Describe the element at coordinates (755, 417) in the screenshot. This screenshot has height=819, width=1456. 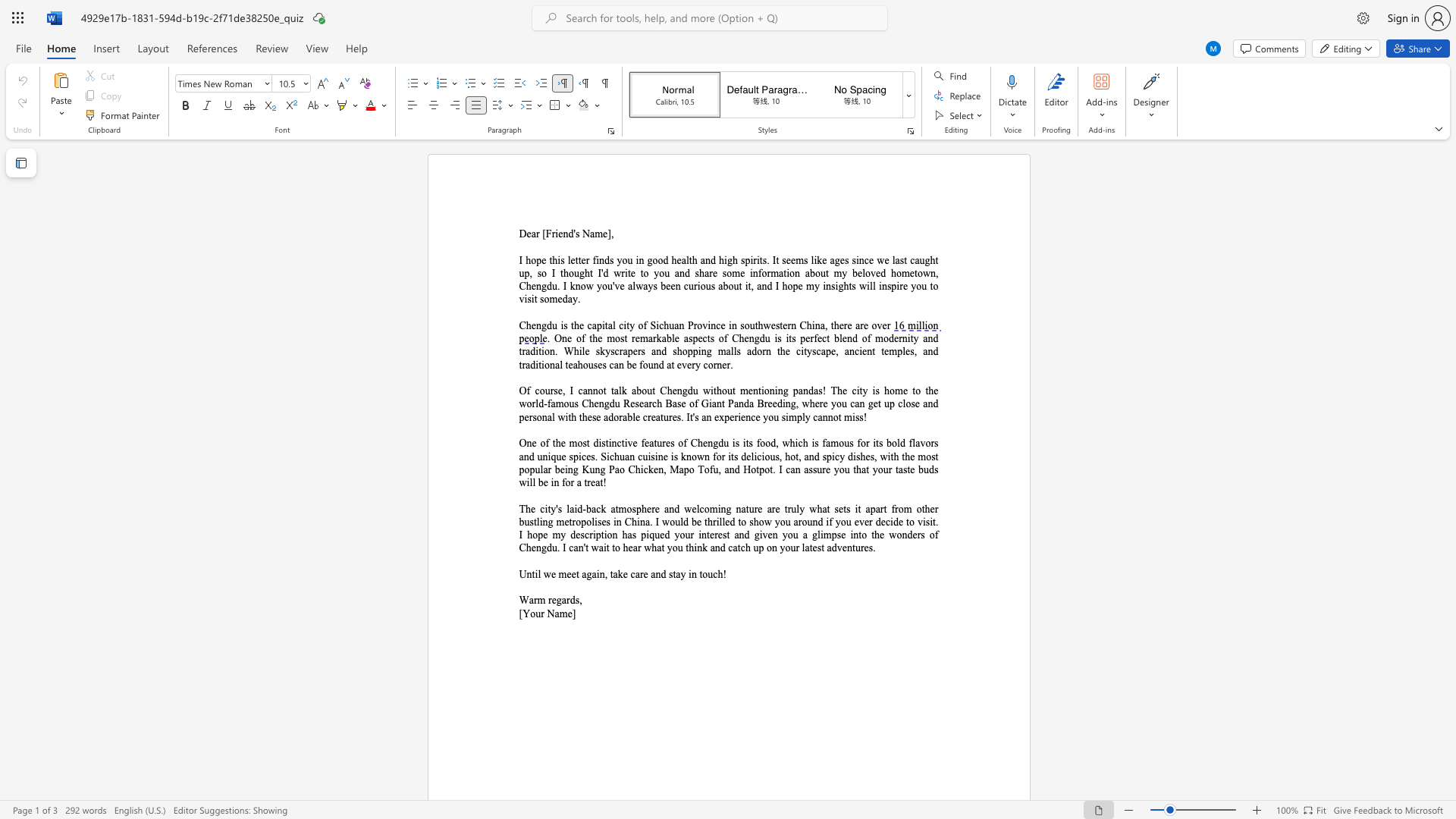
I see `the subset text "e you simply" within the text "an experience you simply cannot miss!"` at that location.